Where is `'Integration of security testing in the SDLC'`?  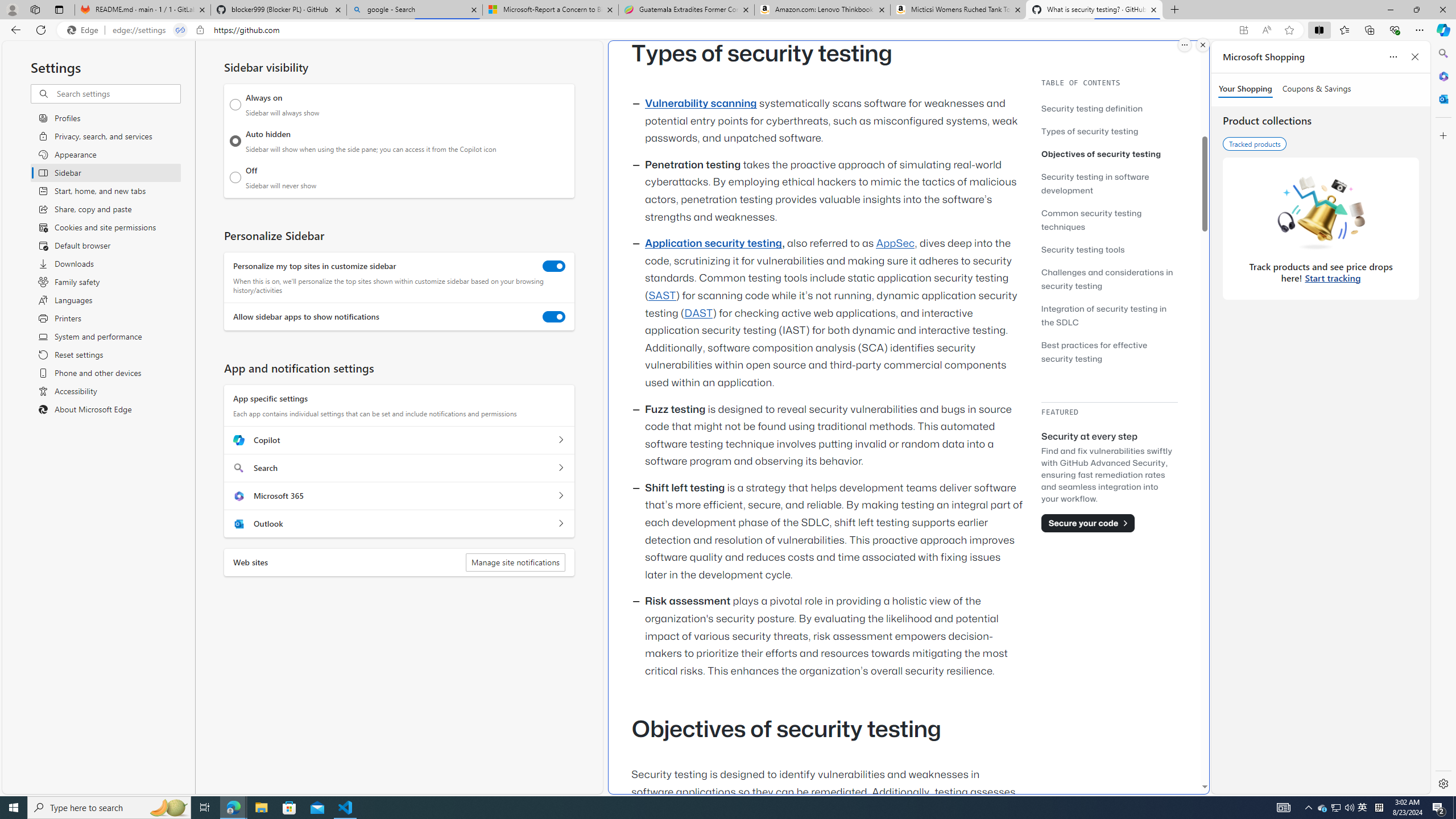 'Integration of security testing in the SDLC' is located at coordinates (1108, 315).